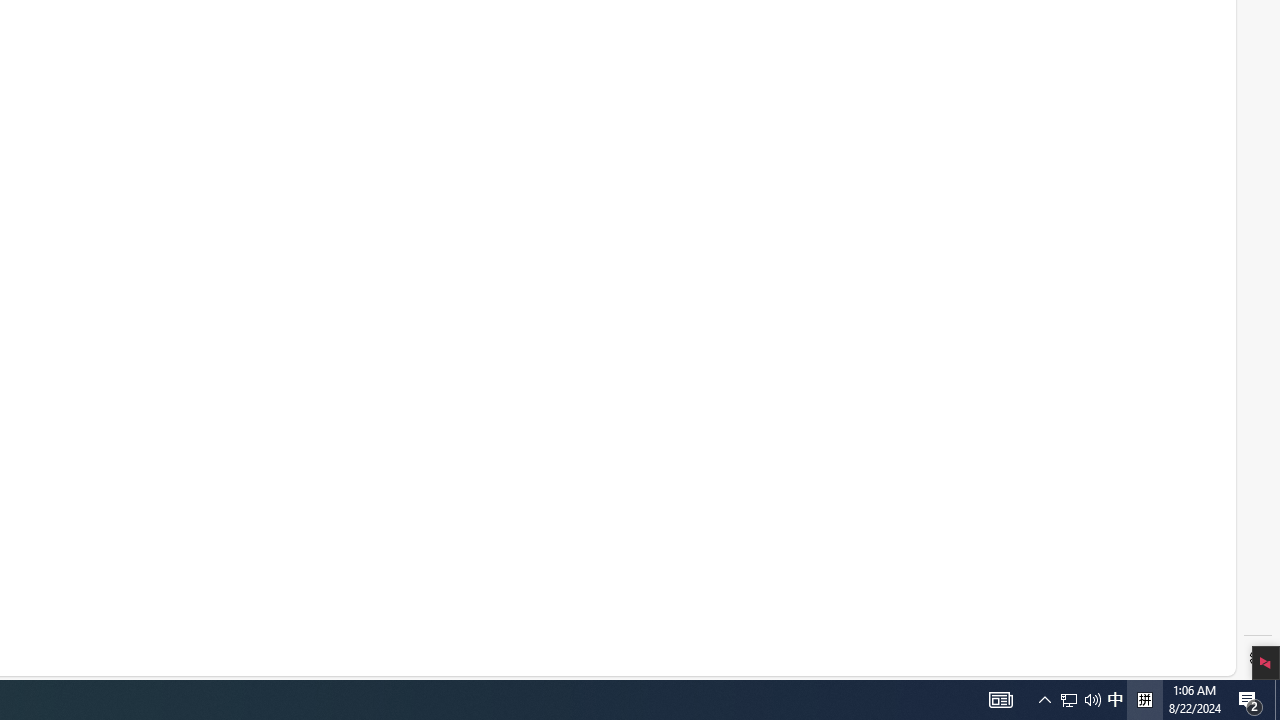  What do you see at coordinates (1257, 658) in the screenshot?
I see `'Settings'` at bounding box center [1257, 658].